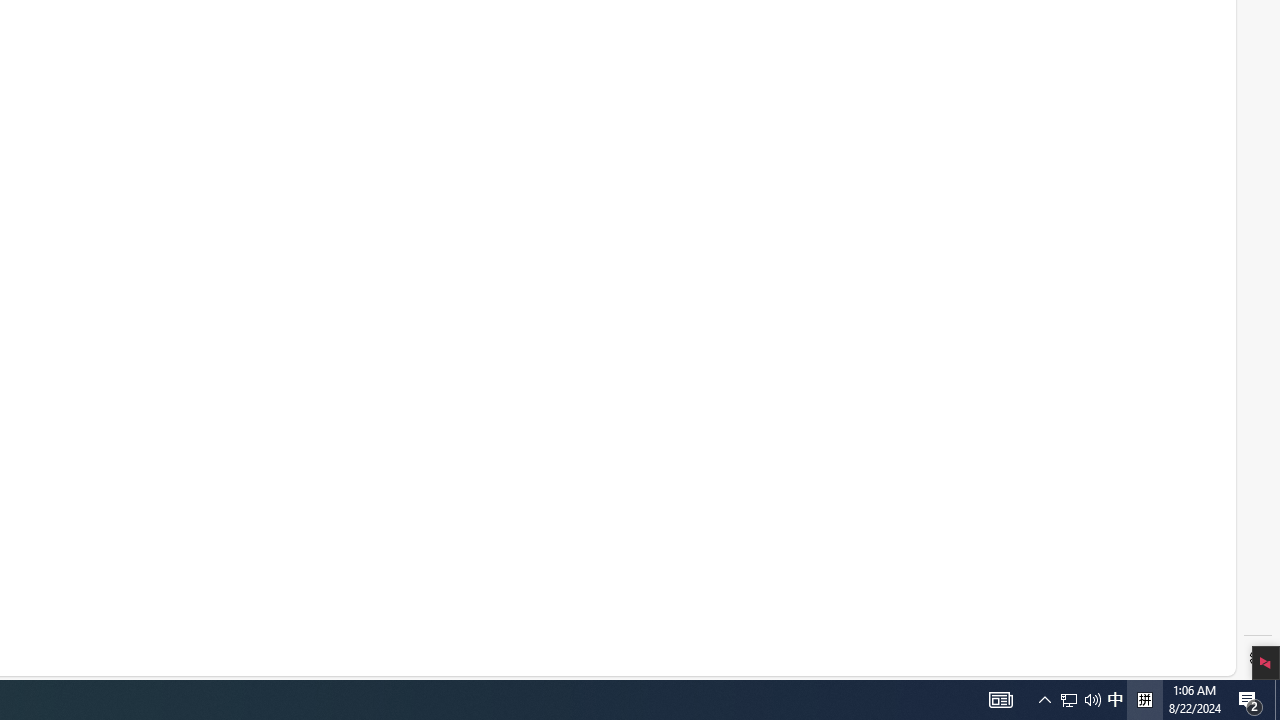  What do you see at coordinates (1257, 658) in the screenshot?
I see `'Settings'` at bounding box center [1257, 658].